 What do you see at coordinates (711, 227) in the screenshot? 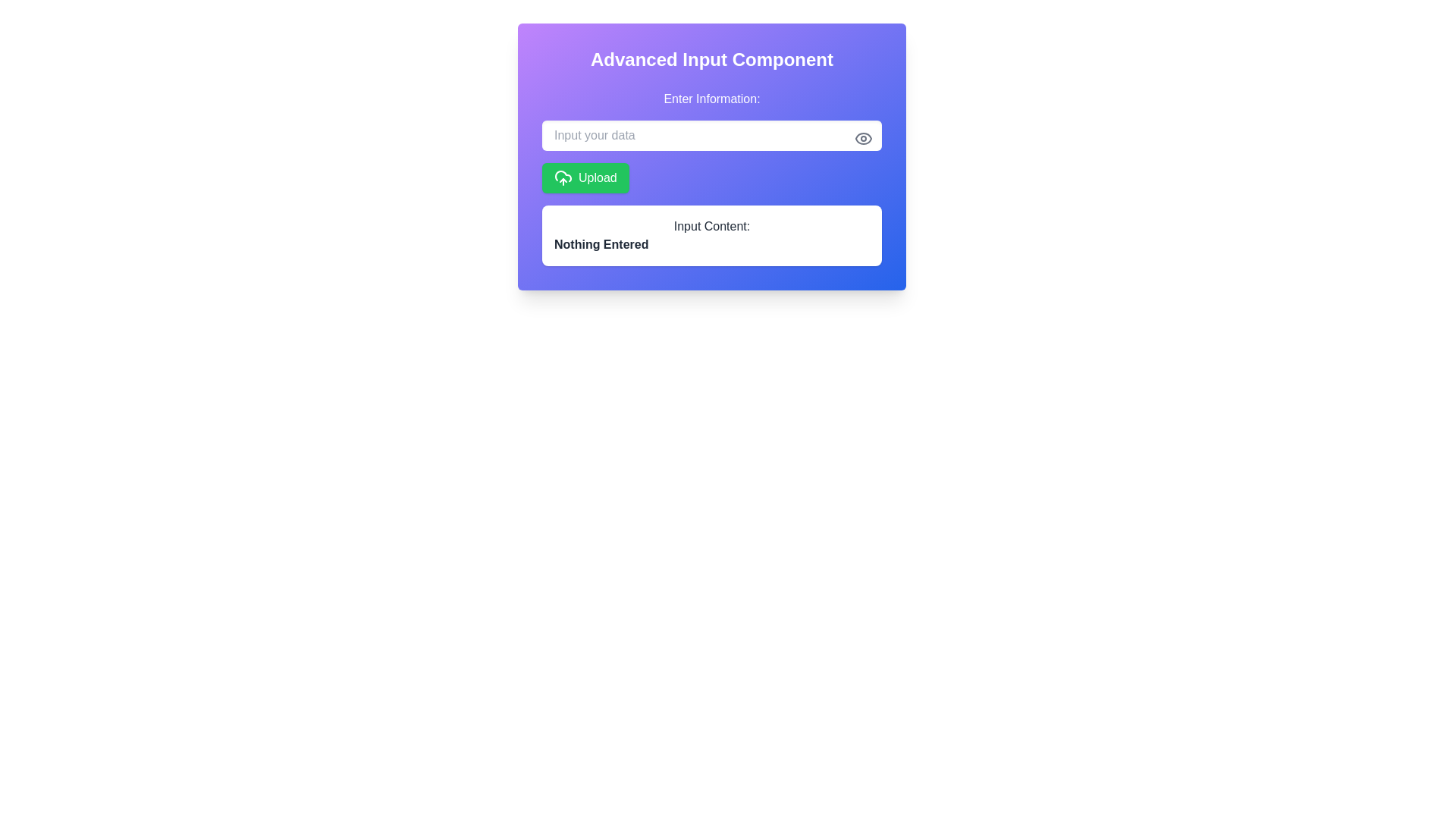
I see `the text label displaying 'Input Content:' which is styled in black color within a white rounded rectangular frame, positioned above the sibling text 'Nothing Entered' in a gradient background panel` at bounding box center [711, 227].